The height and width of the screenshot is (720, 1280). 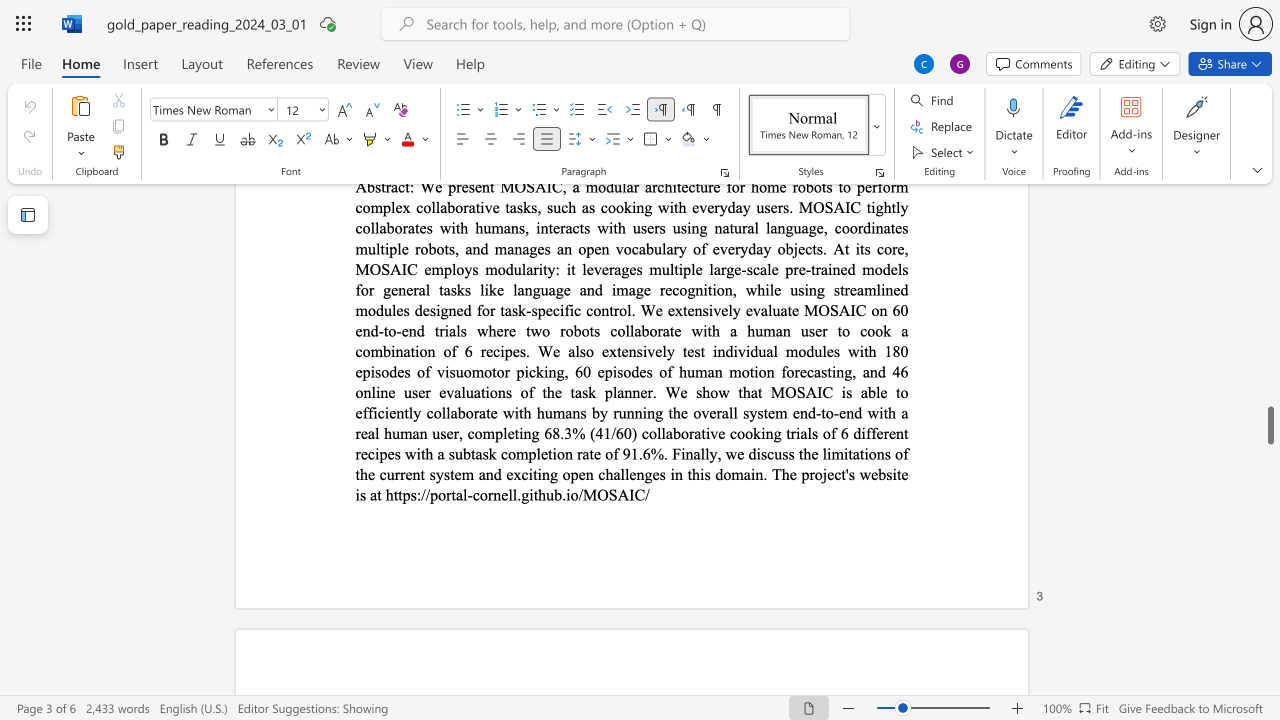 What do you see at coordinates (1269, 348) in the screenshot?
I see `the scrollbar to slide the page up` at bounding box center [1269, 348].